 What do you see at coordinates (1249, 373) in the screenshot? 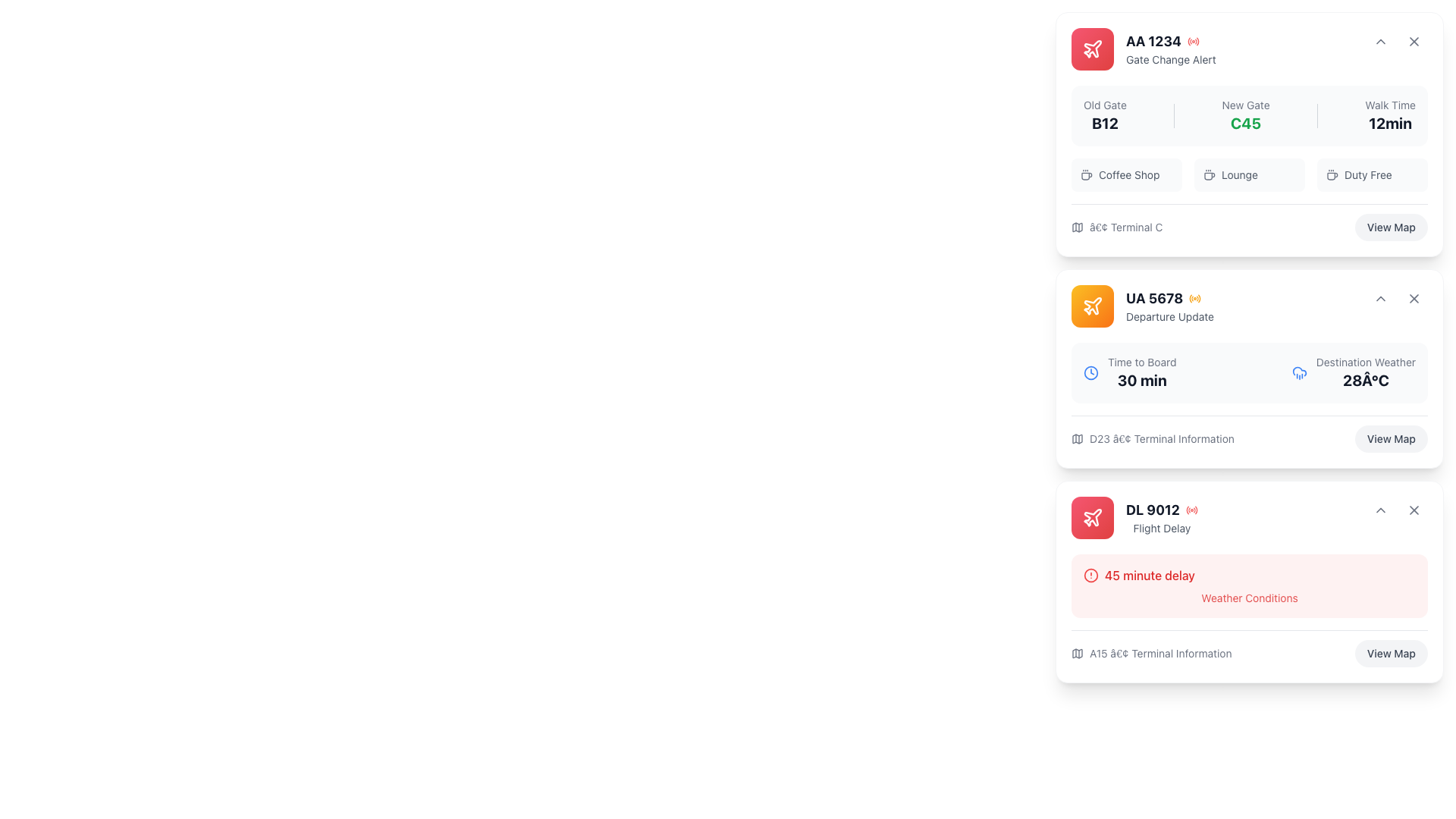
I see `the information display panel that shows boarding time and destination weather for the flight labeled 'UA 5678 Departure Update'` at bounding box center [1249, 373].